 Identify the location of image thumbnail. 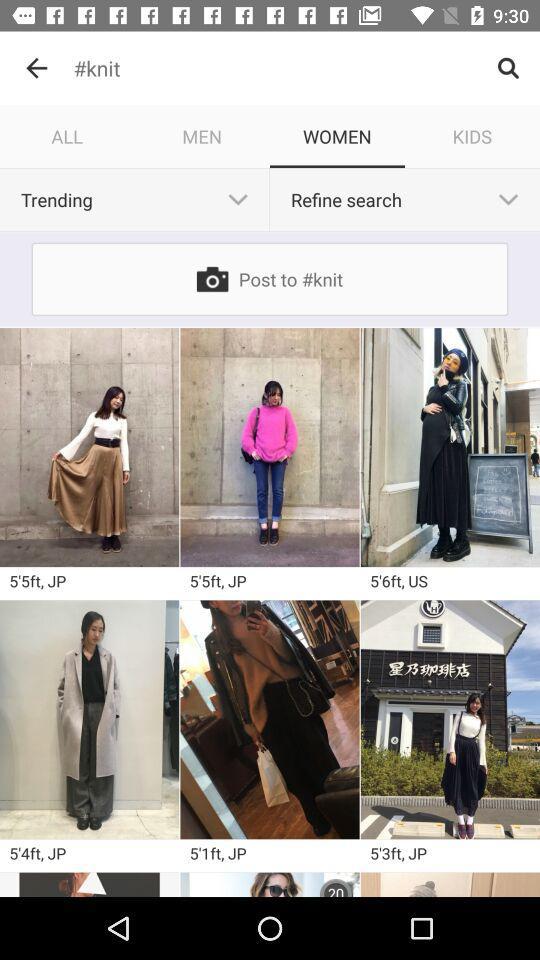
(270, 719).